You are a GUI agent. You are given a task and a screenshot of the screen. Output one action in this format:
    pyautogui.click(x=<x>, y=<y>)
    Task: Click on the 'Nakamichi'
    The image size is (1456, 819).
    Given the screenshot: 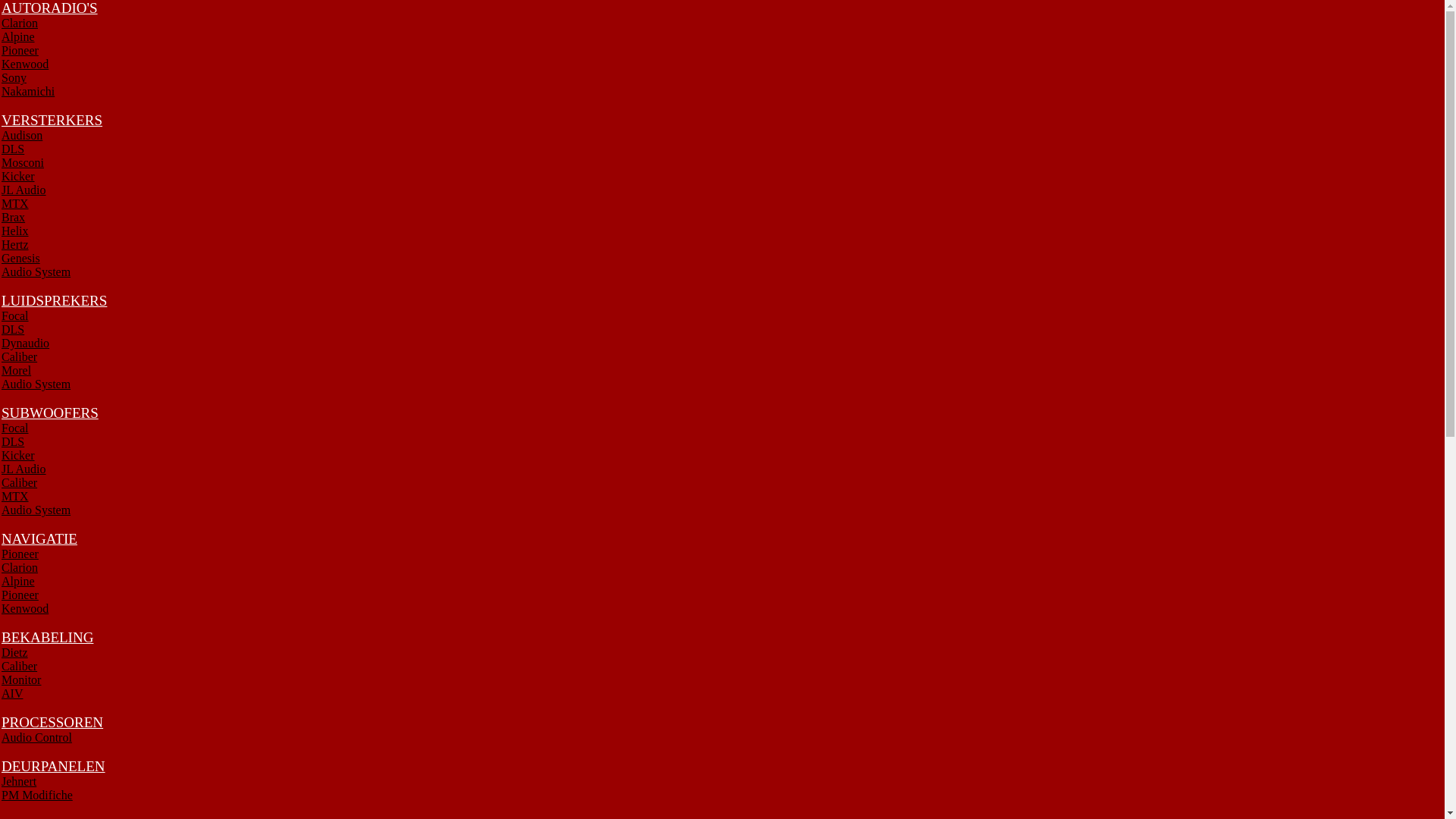 What is the action you would take?
    pyautogui.click(x=28, y=91)
    